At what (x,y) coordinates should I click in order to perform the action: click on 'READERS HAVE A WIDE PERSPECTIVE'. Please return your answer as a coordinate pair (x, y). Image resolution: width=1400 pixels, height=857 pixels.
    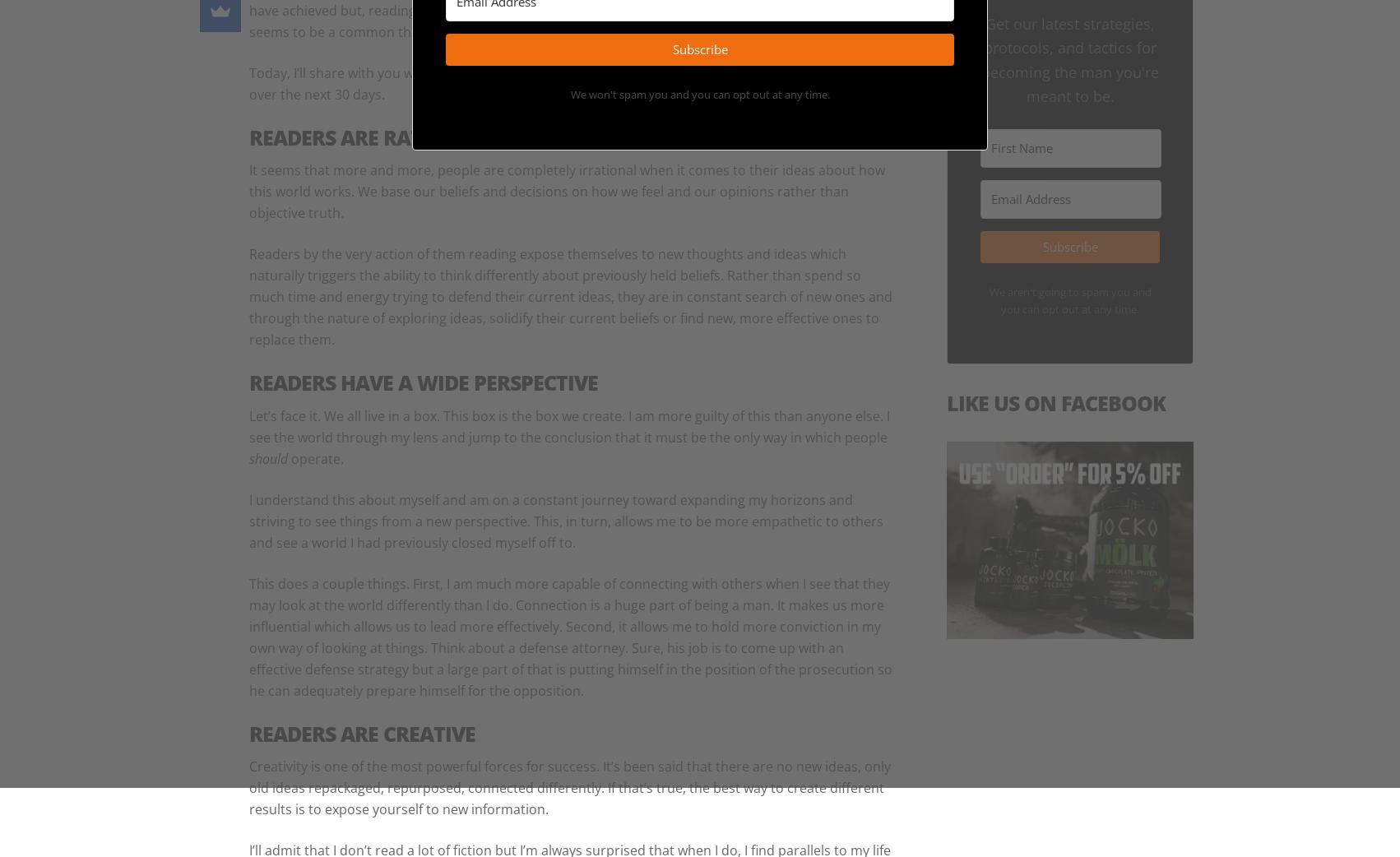
    Looking at the image, I should click on (423, 382).